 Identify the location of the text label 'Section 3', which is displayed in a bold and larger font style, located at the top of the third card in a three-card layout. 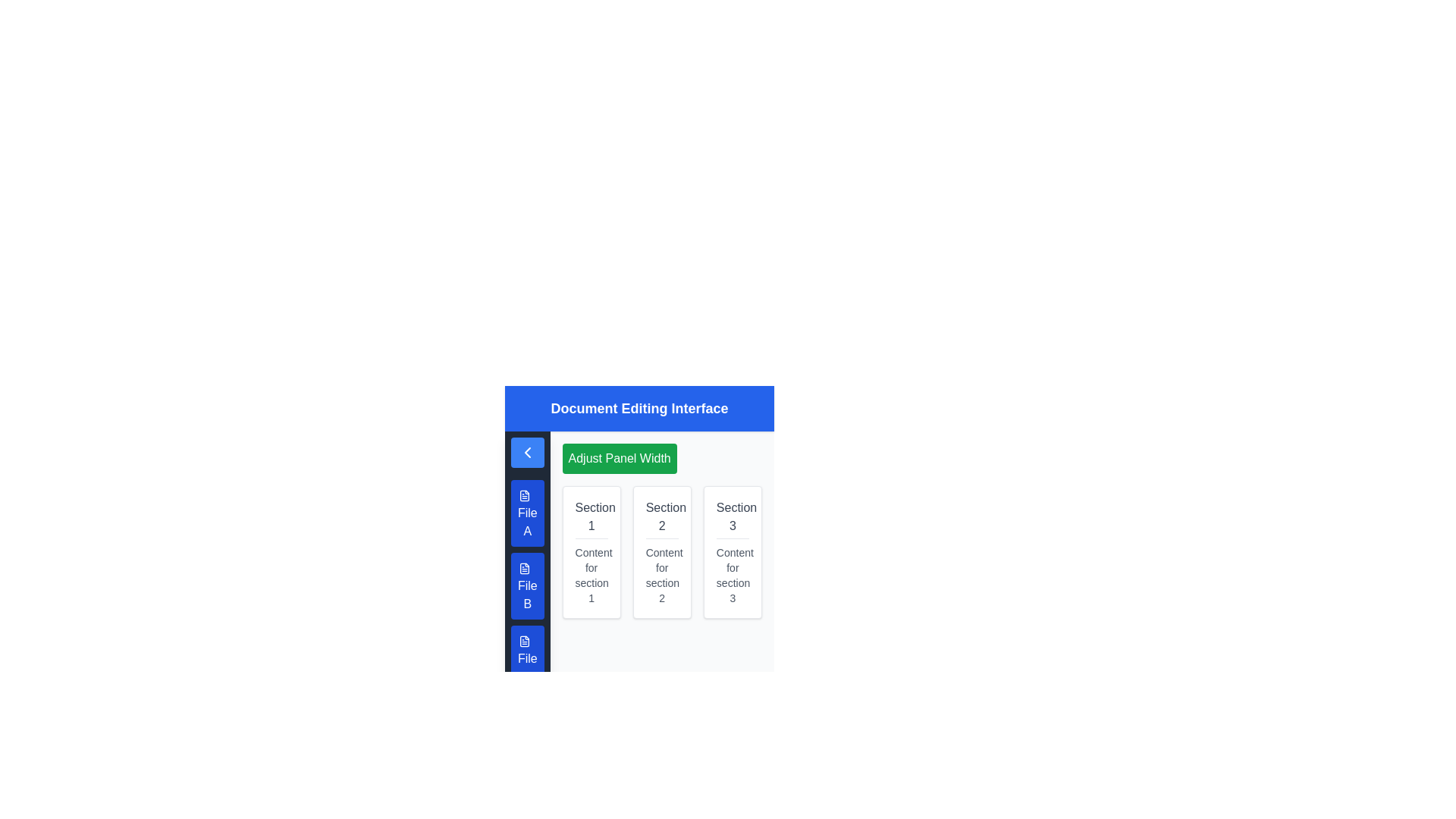
(733, 518).